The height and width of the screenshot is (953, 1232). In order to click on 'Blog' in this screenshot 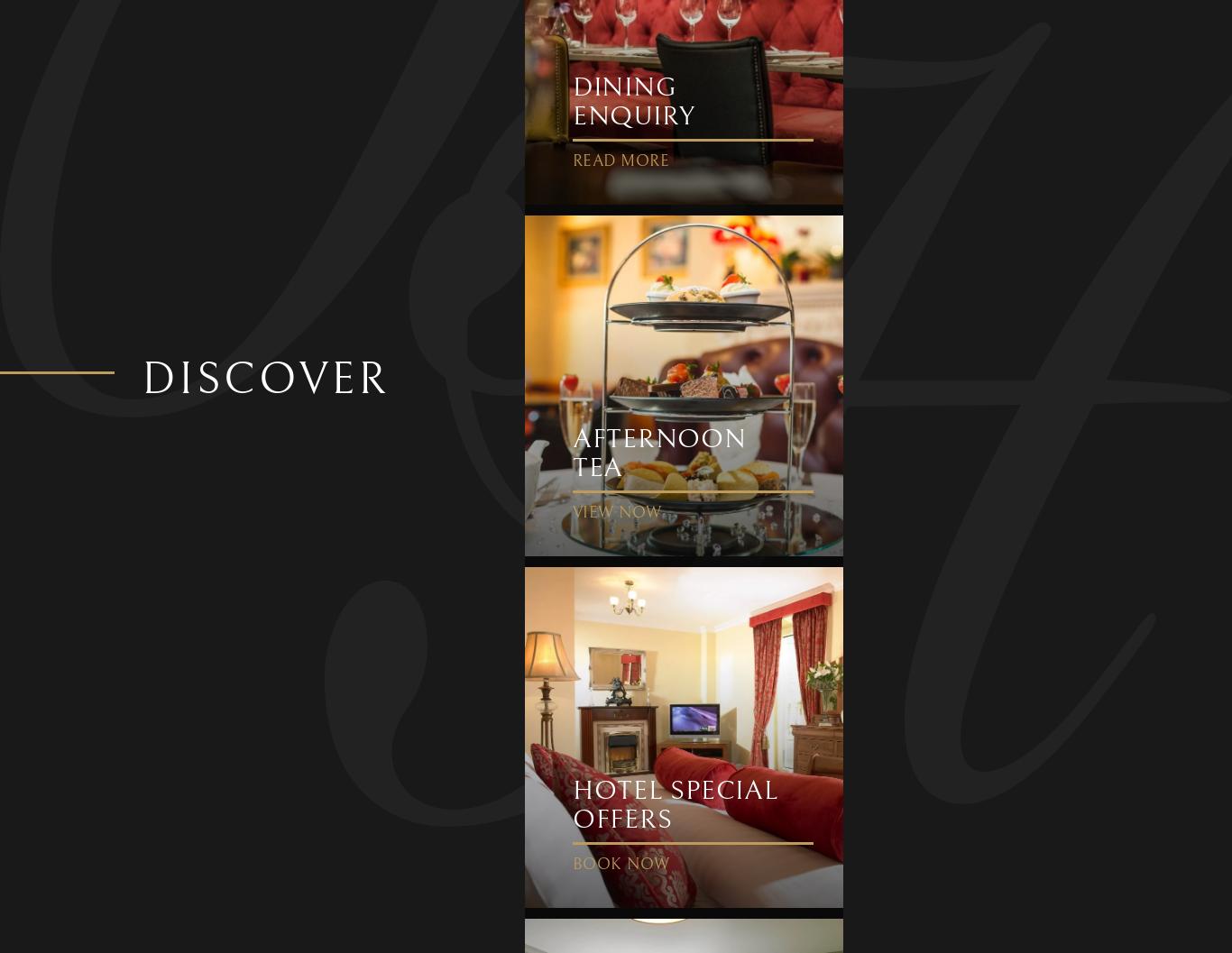, I will do `click(258, 265)`.